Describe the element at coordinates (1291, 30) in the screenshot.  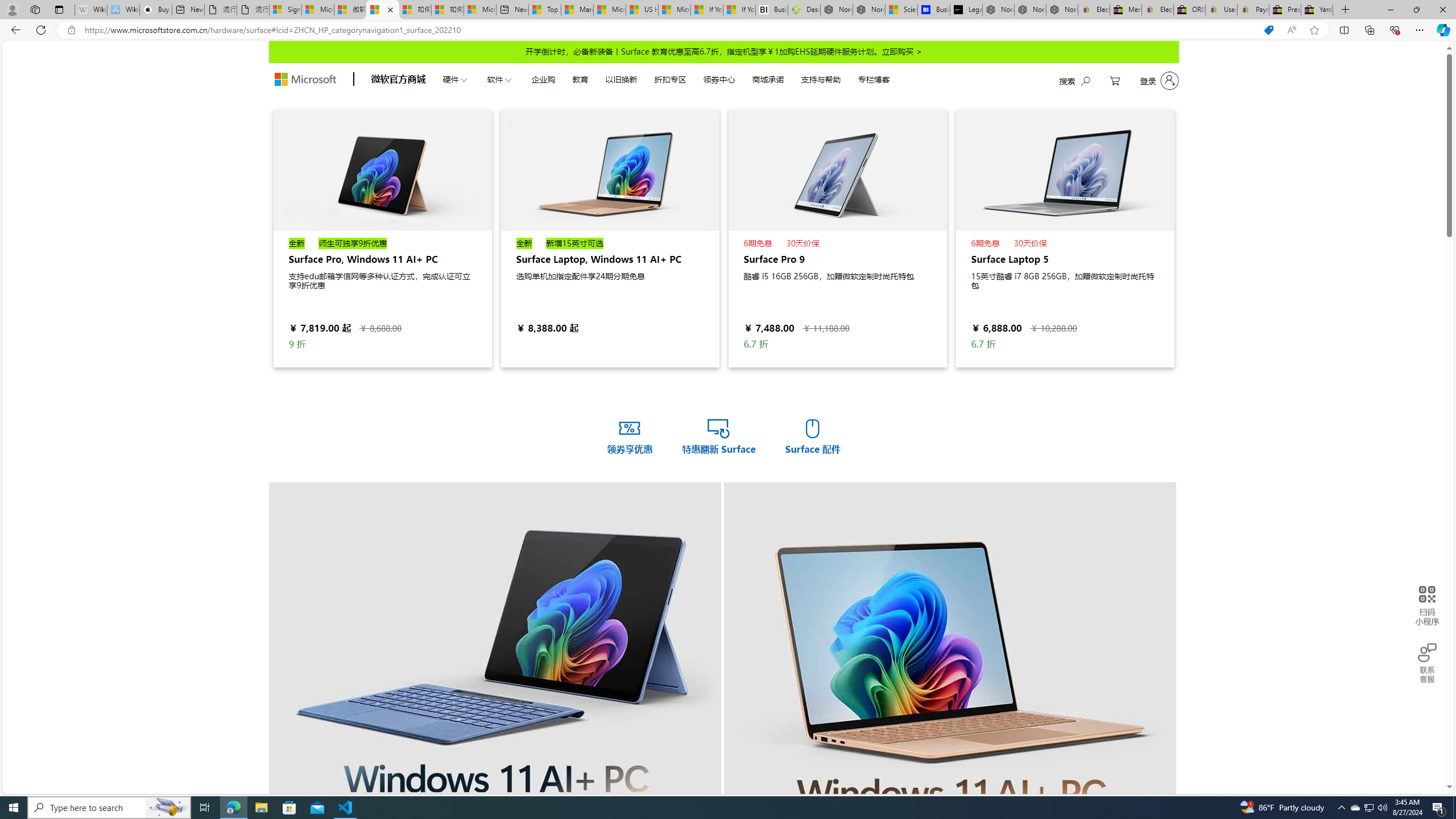
I see `'Read aloud this page (Ctrl+Shift+U)'` at that location.